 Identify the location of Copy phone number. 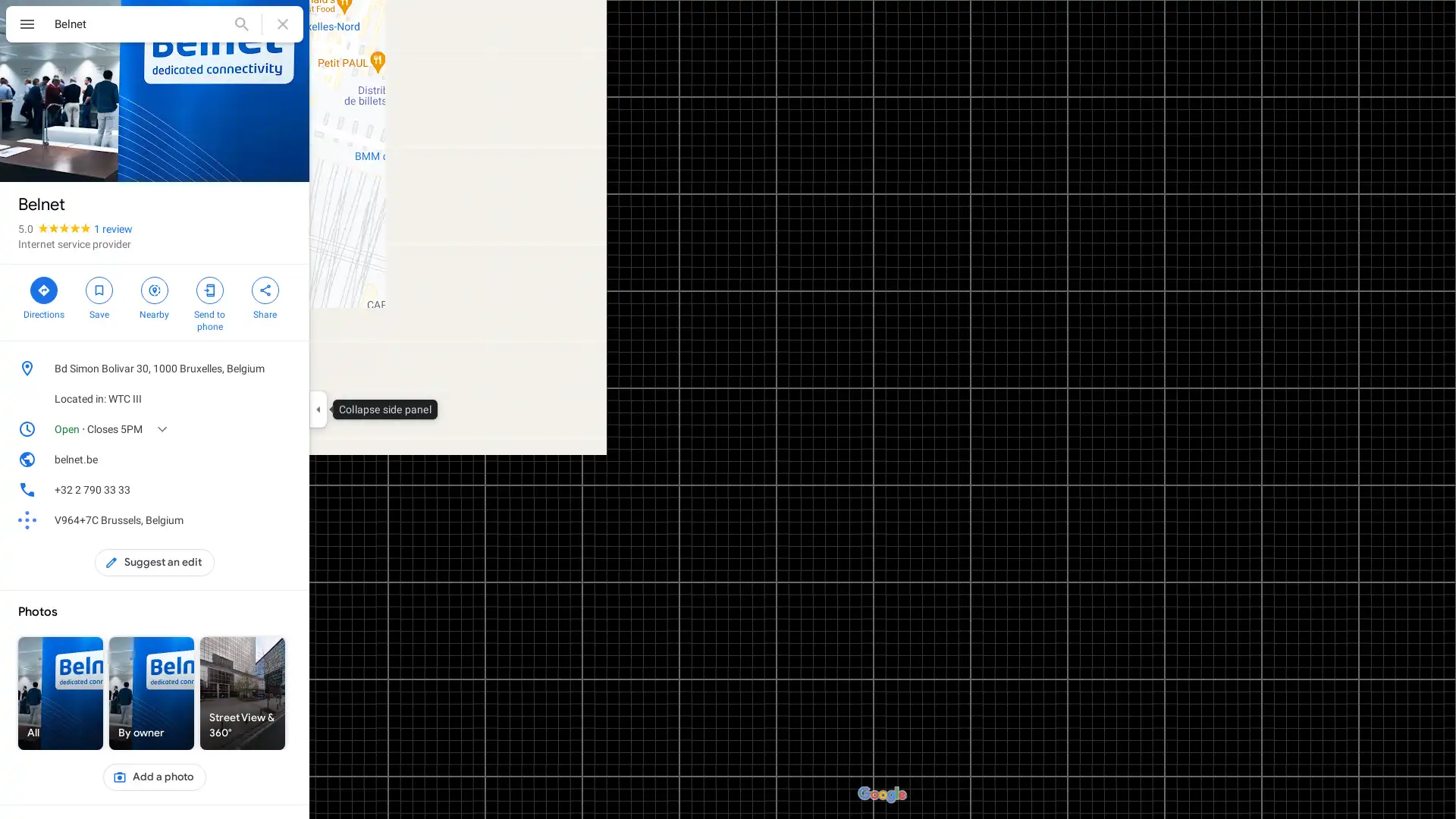
(261, 489).